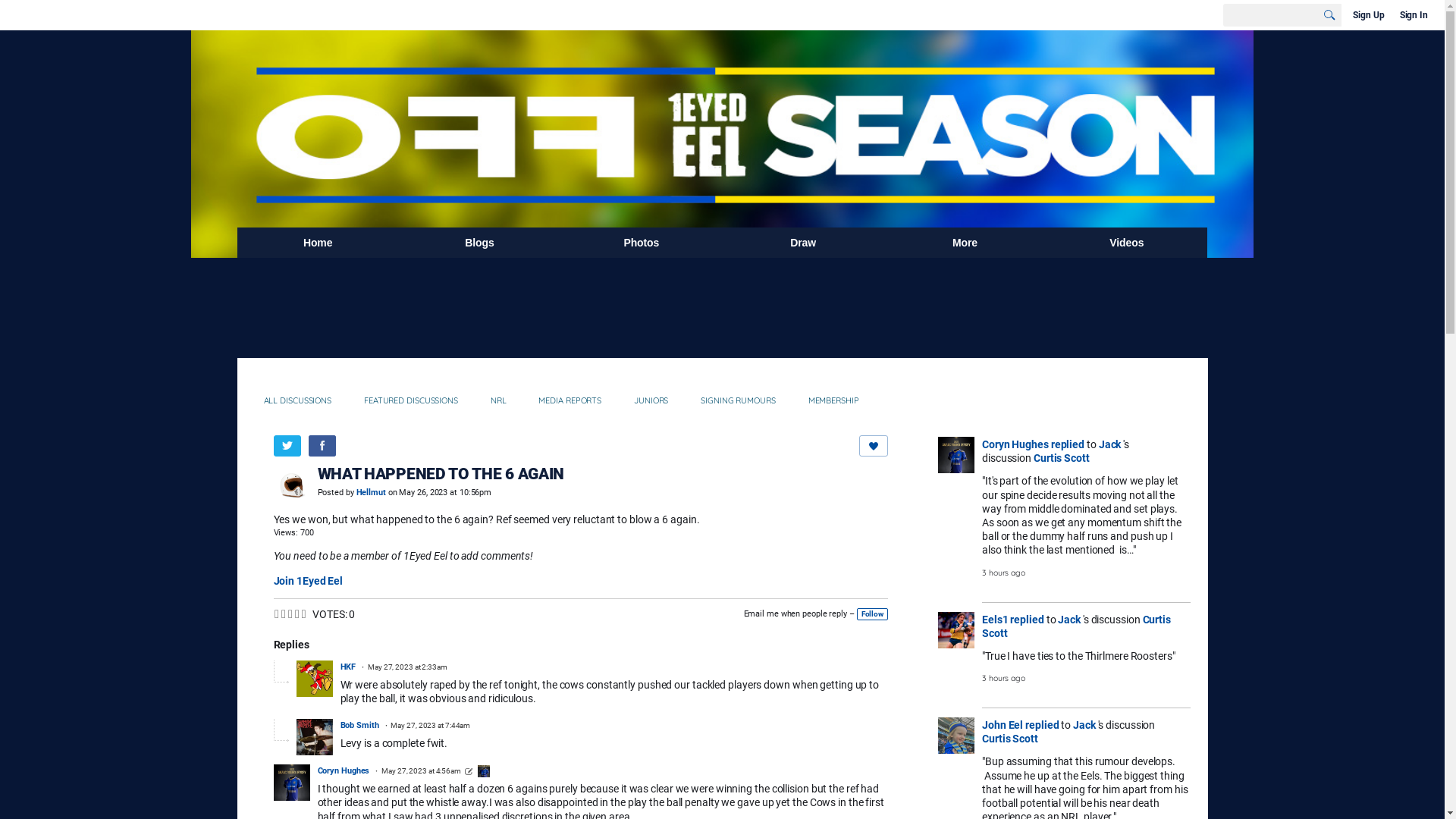 This screenshot has width=1456, height=819. What do you see at coordinates (982, 619) in the screenshot?
I see `'Eels1'` at bounding box center [982, 619].